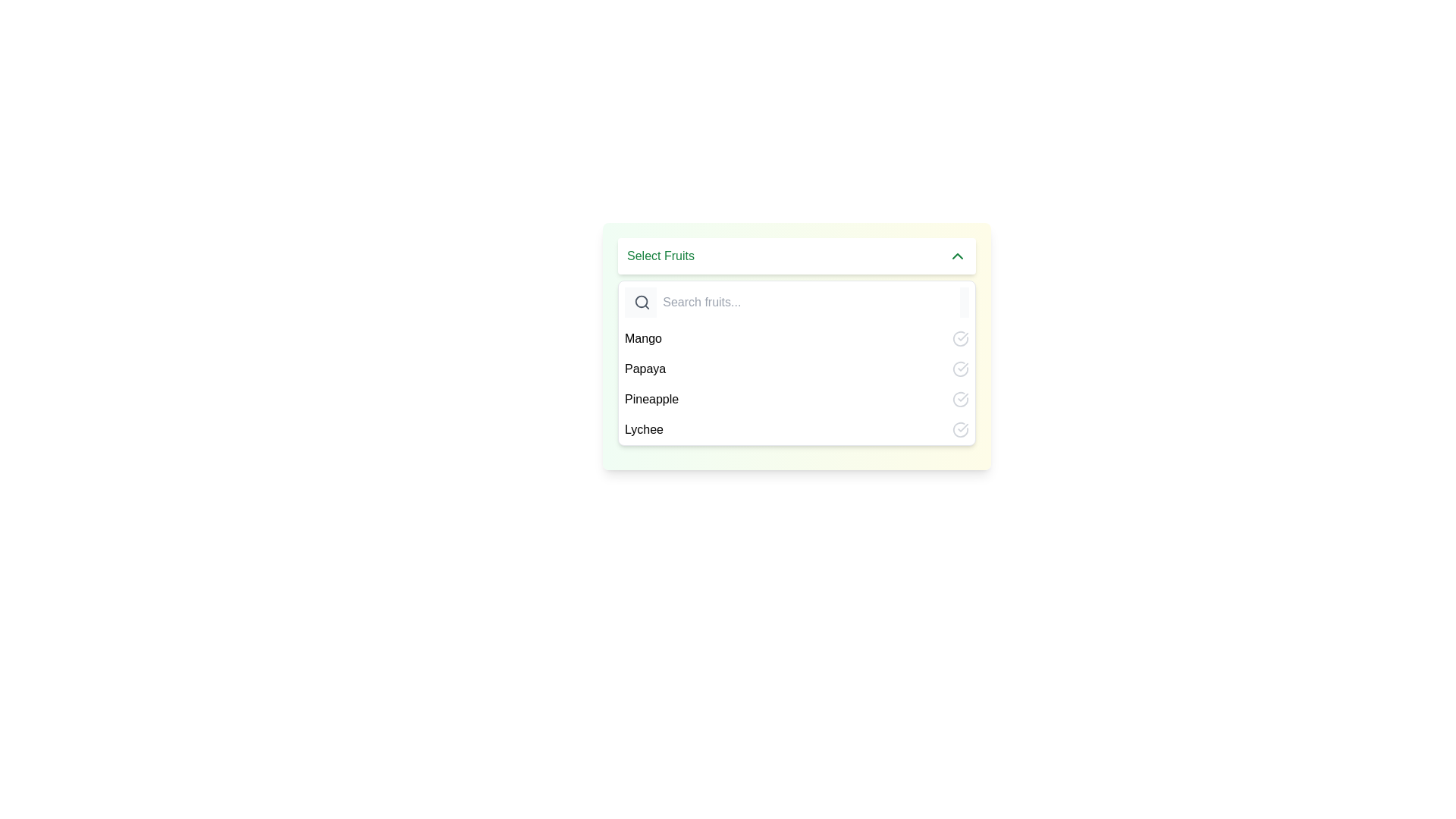 Image resolution: width=1456 pixels, height=819 pixels. What do you see at coordinates (651, 399) in the screenshot?
I see `the text label 'Pineapple' in the dropdown menu` at bounding box center [651, 399].